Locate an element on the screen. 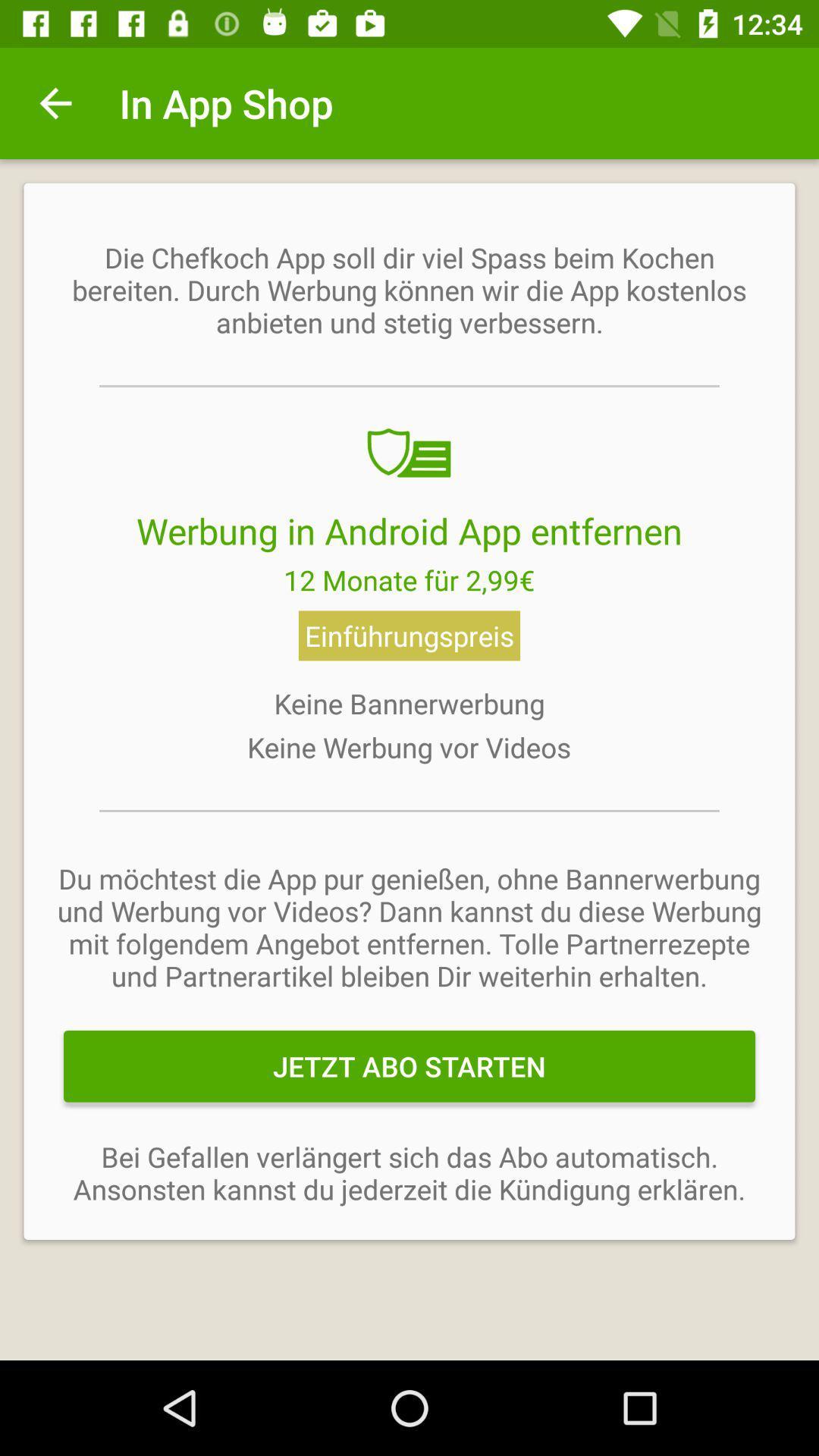 The height and width of the screenshot is (1456, 819). icon next to the in app shop item is located at coordinates (55, 102).